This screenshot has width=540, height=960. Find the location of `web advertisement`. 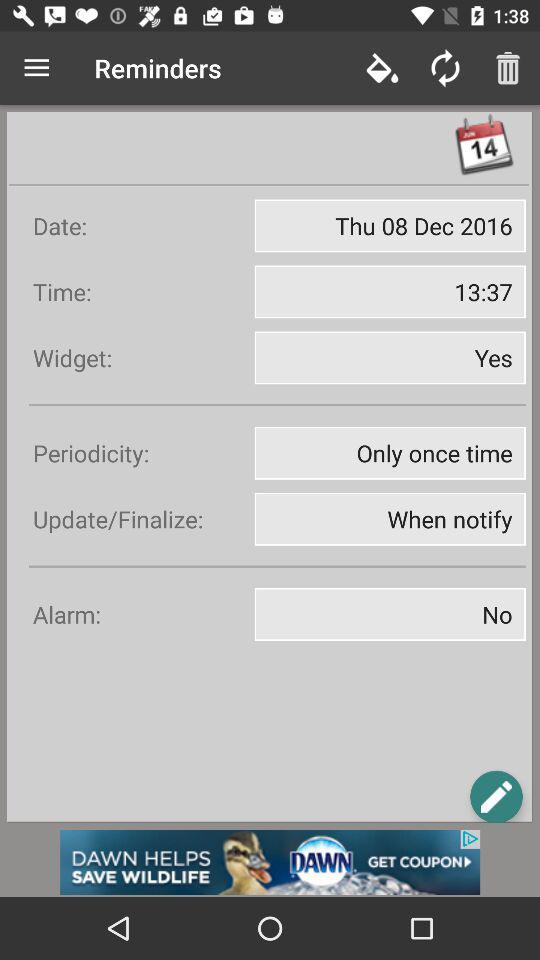

web advertisement is located at coordinates (270, 861).